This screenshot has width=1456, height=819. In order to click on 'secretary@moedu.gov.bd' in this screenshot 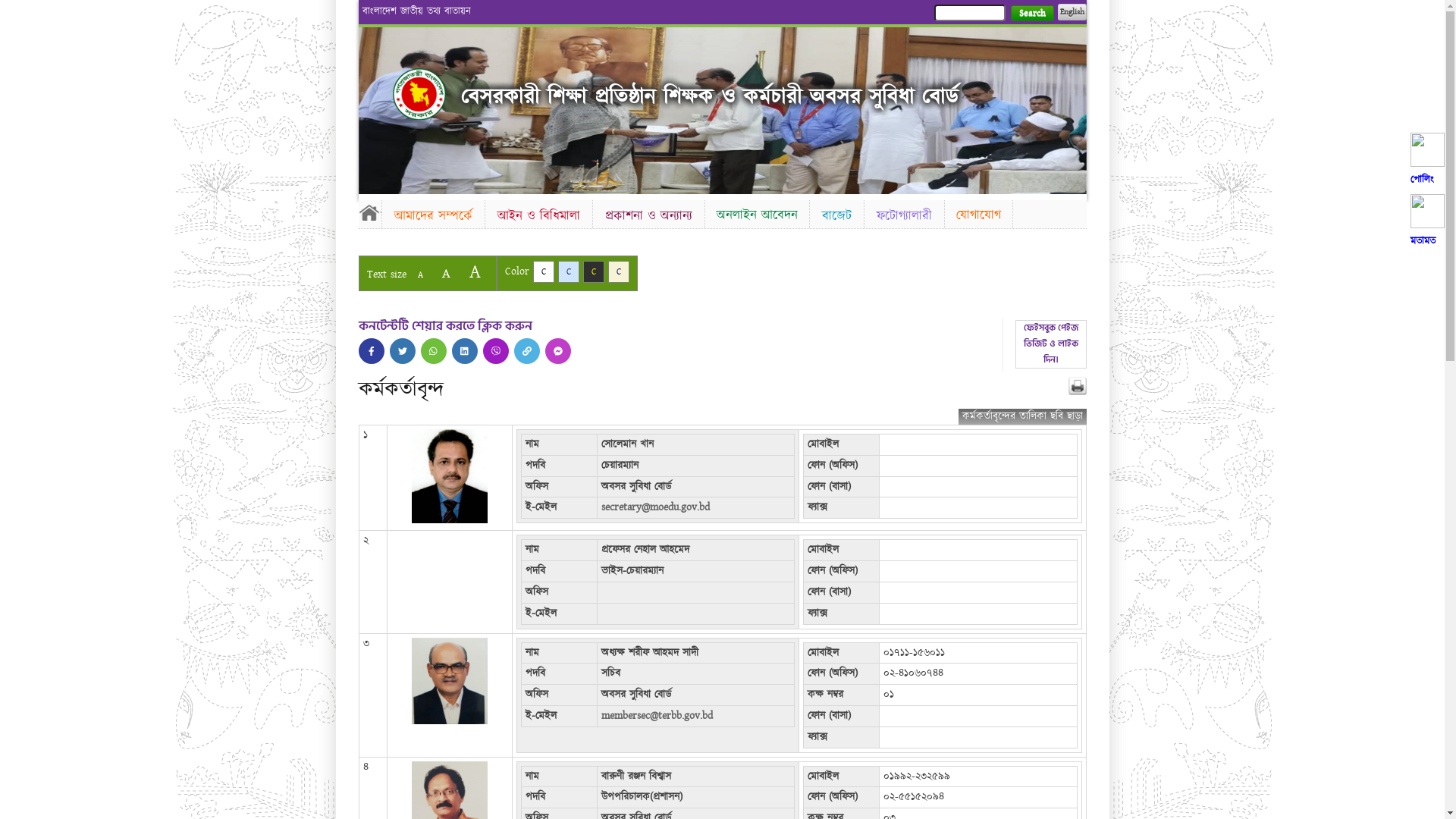, I will do `click(655, 507)`.